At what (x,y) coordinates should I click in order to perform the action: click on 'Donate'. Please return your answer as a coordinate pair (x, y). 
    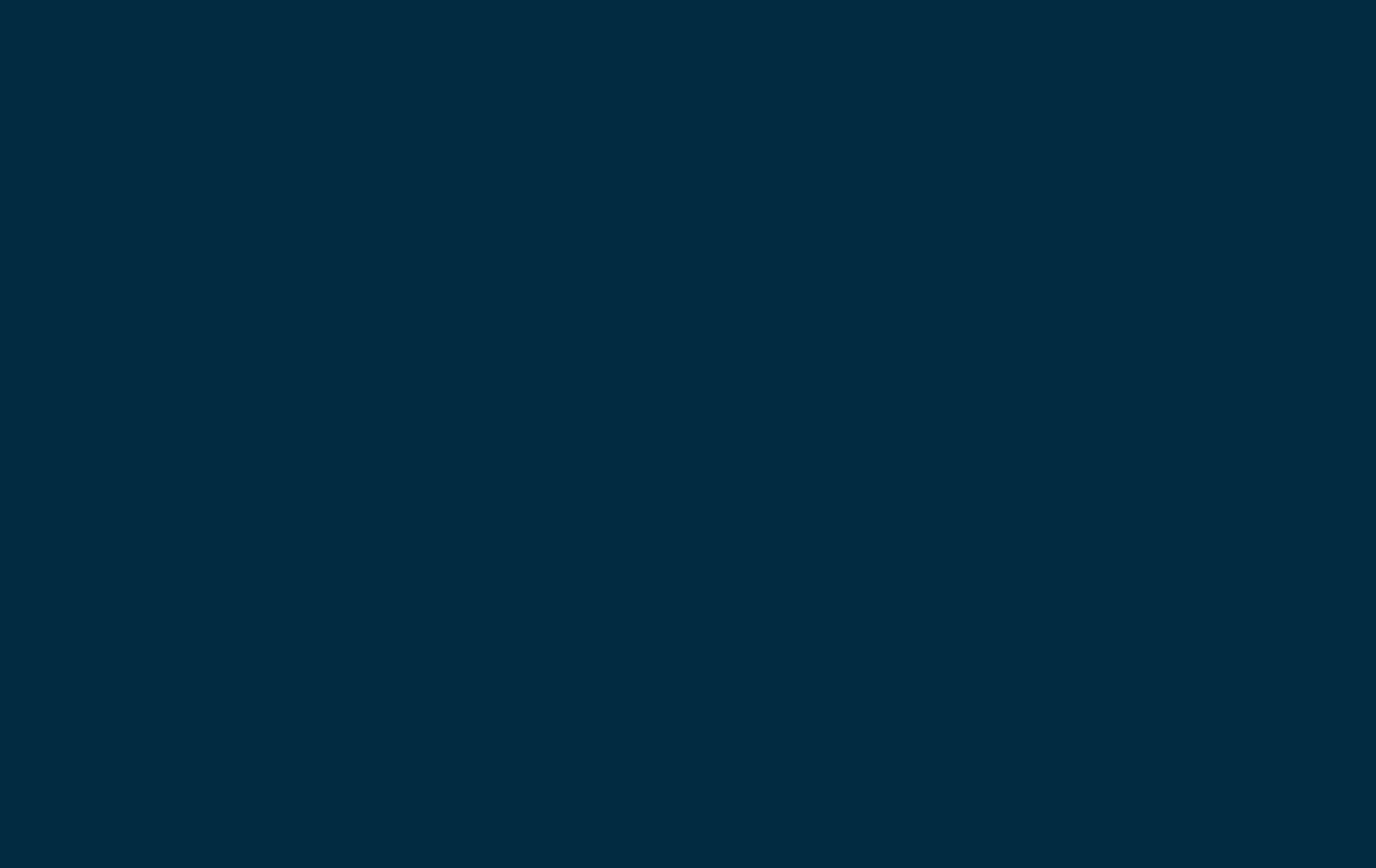
    Looking at the image, I should click on (1118, 77).